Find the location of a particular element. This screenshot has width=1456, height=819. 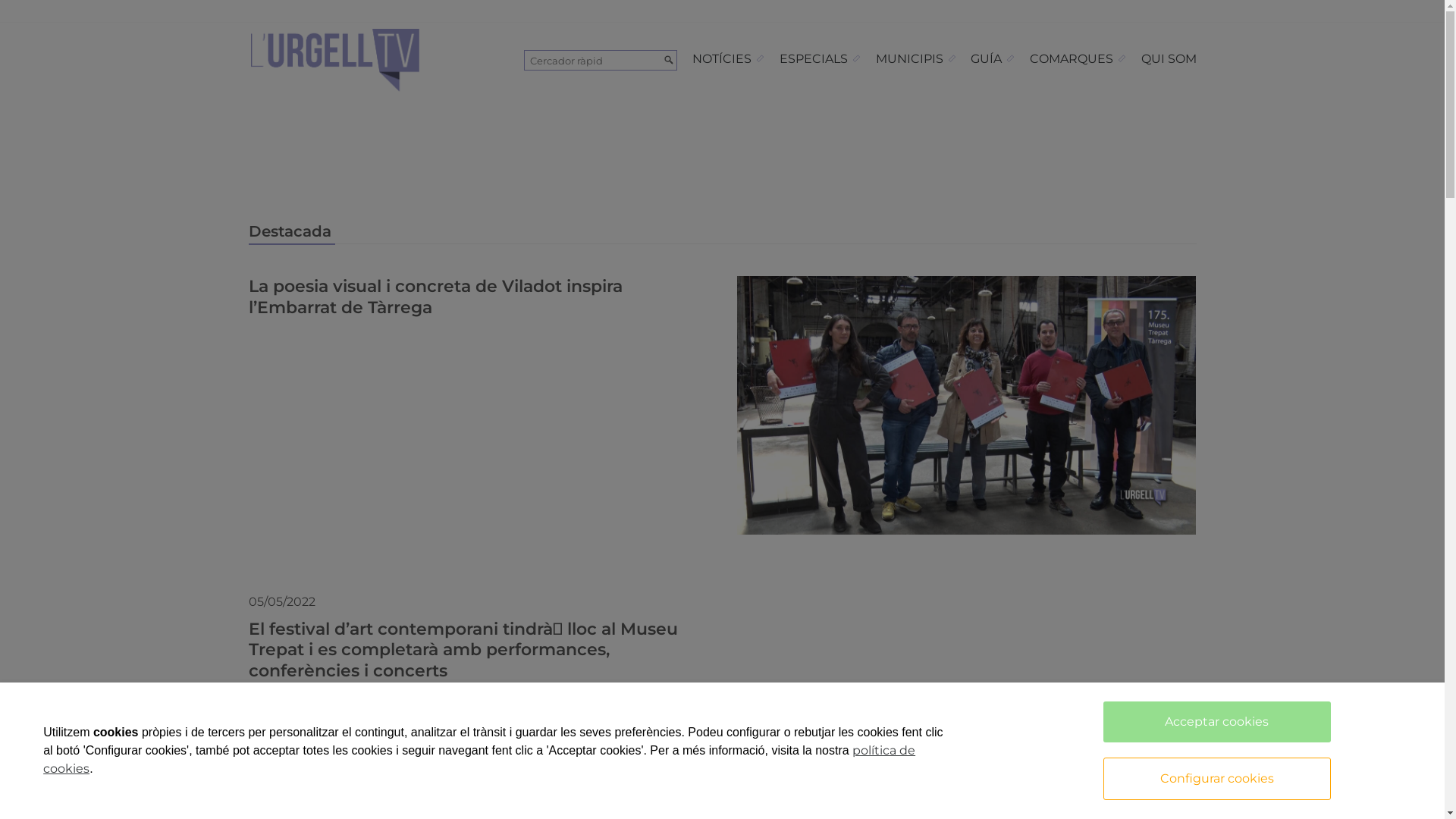

'MUNICIPIS' is located at coordinates (915, 58).